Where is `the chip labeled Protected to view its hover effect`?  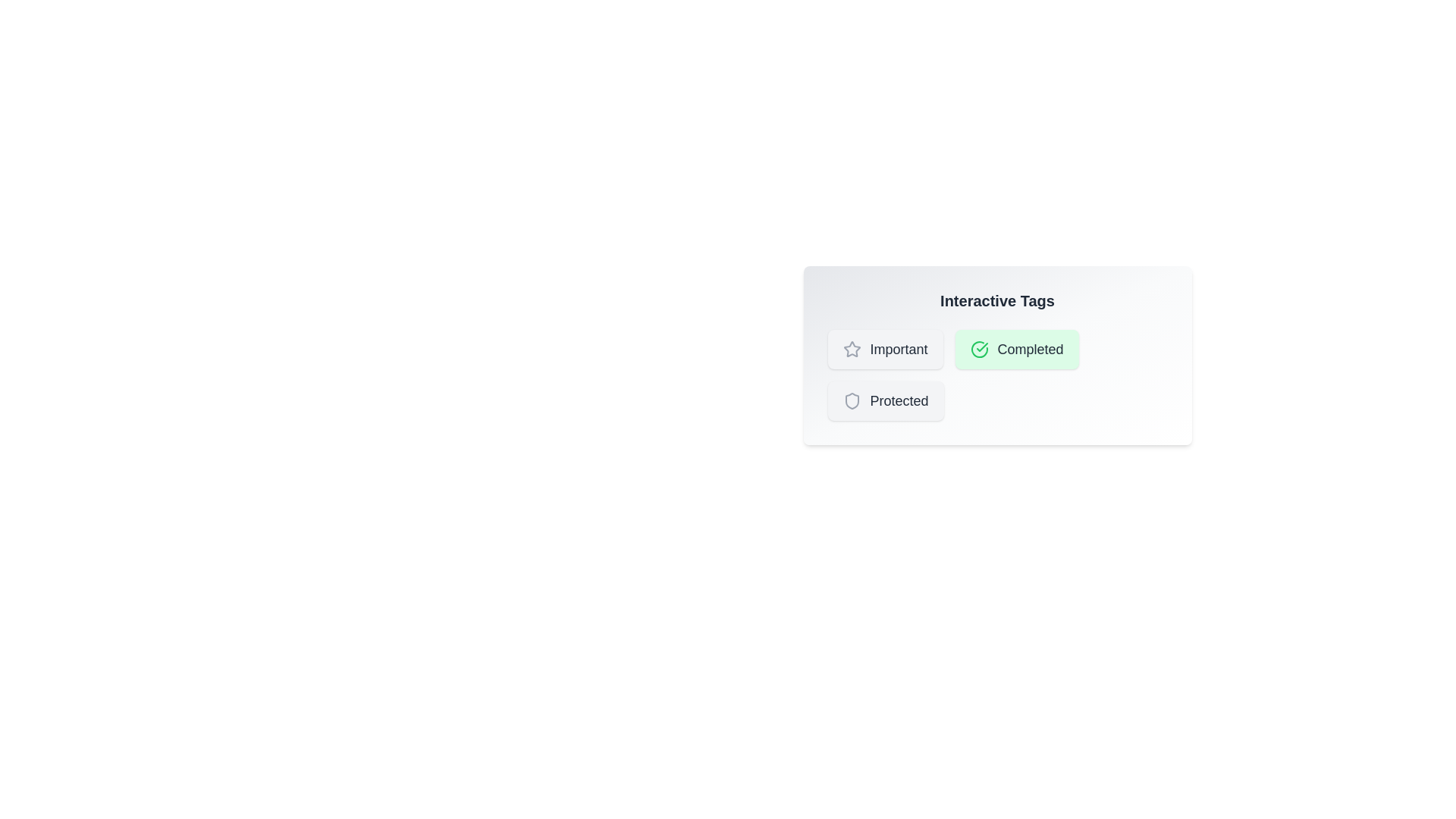 the chip labeled Protected to view its hover effect is located at coordinates (885, 400).